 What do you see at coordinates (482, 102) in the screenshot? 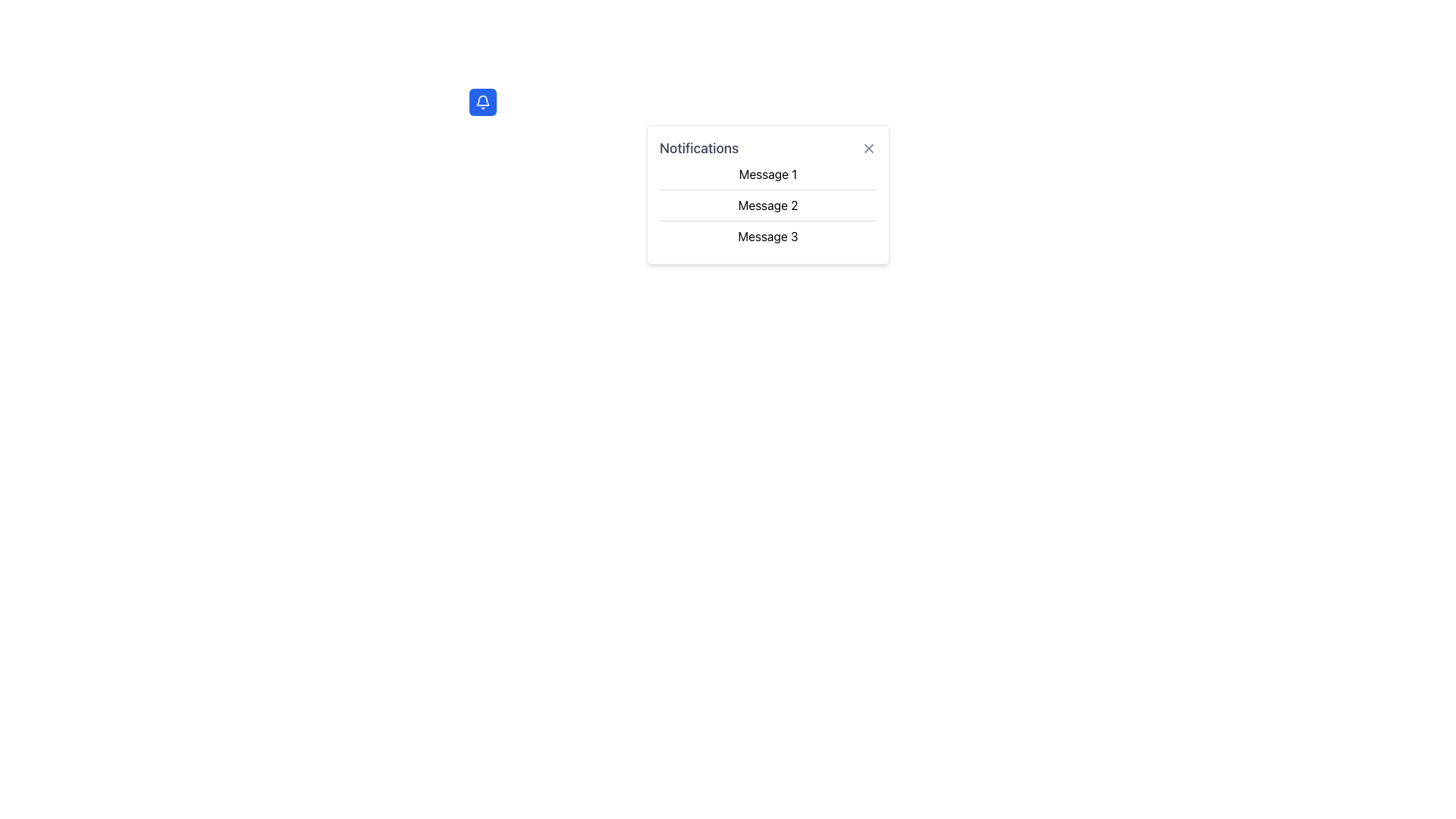
I see `the bell-shaped SVG icon with a blue background` at bounding box center [482, 102].